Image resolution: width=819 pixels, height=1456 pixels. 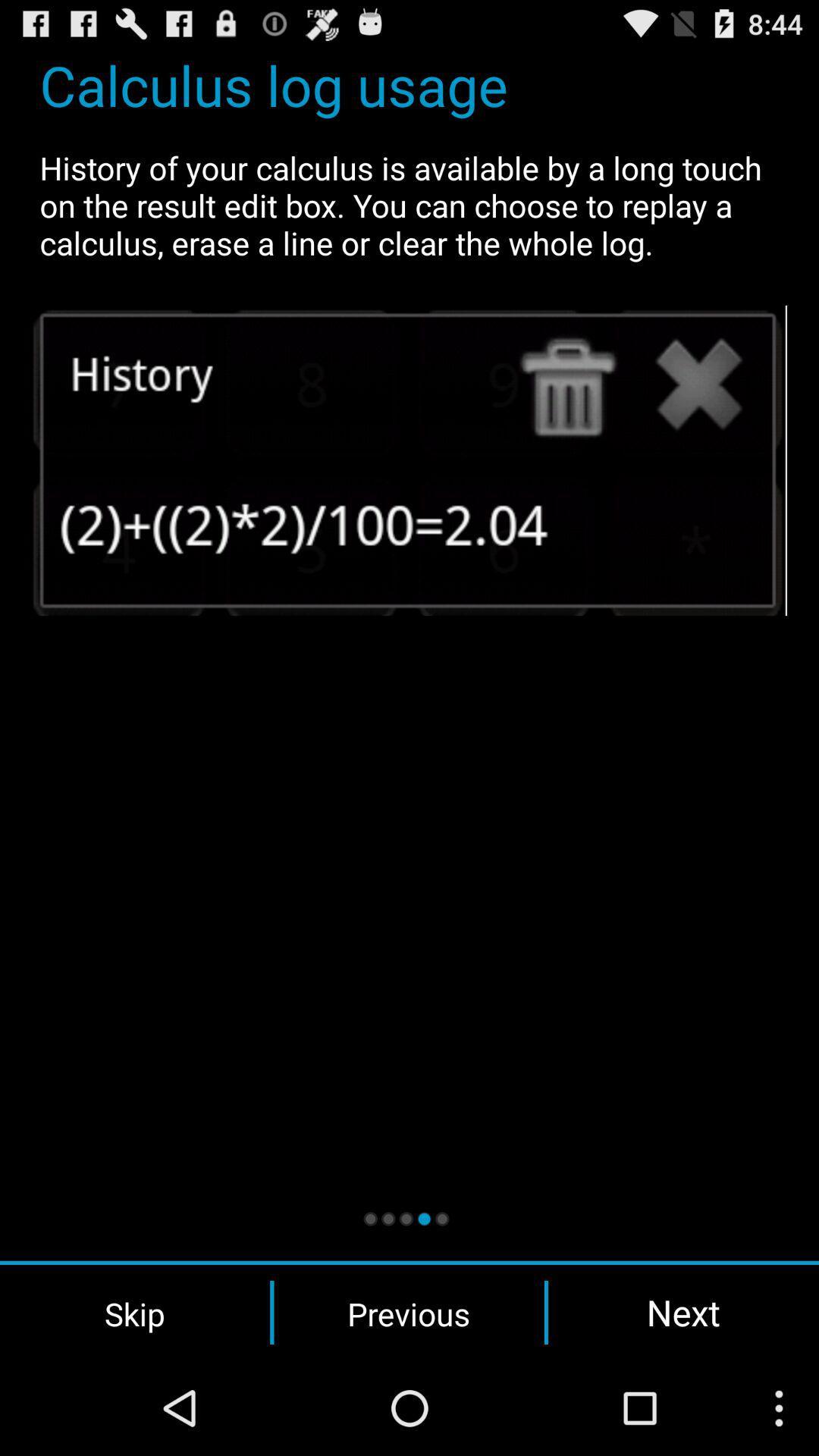 What do you see at coordinates (134, 1312) in the screenshot?
I see `skip` at bounding box center [134, 1312].